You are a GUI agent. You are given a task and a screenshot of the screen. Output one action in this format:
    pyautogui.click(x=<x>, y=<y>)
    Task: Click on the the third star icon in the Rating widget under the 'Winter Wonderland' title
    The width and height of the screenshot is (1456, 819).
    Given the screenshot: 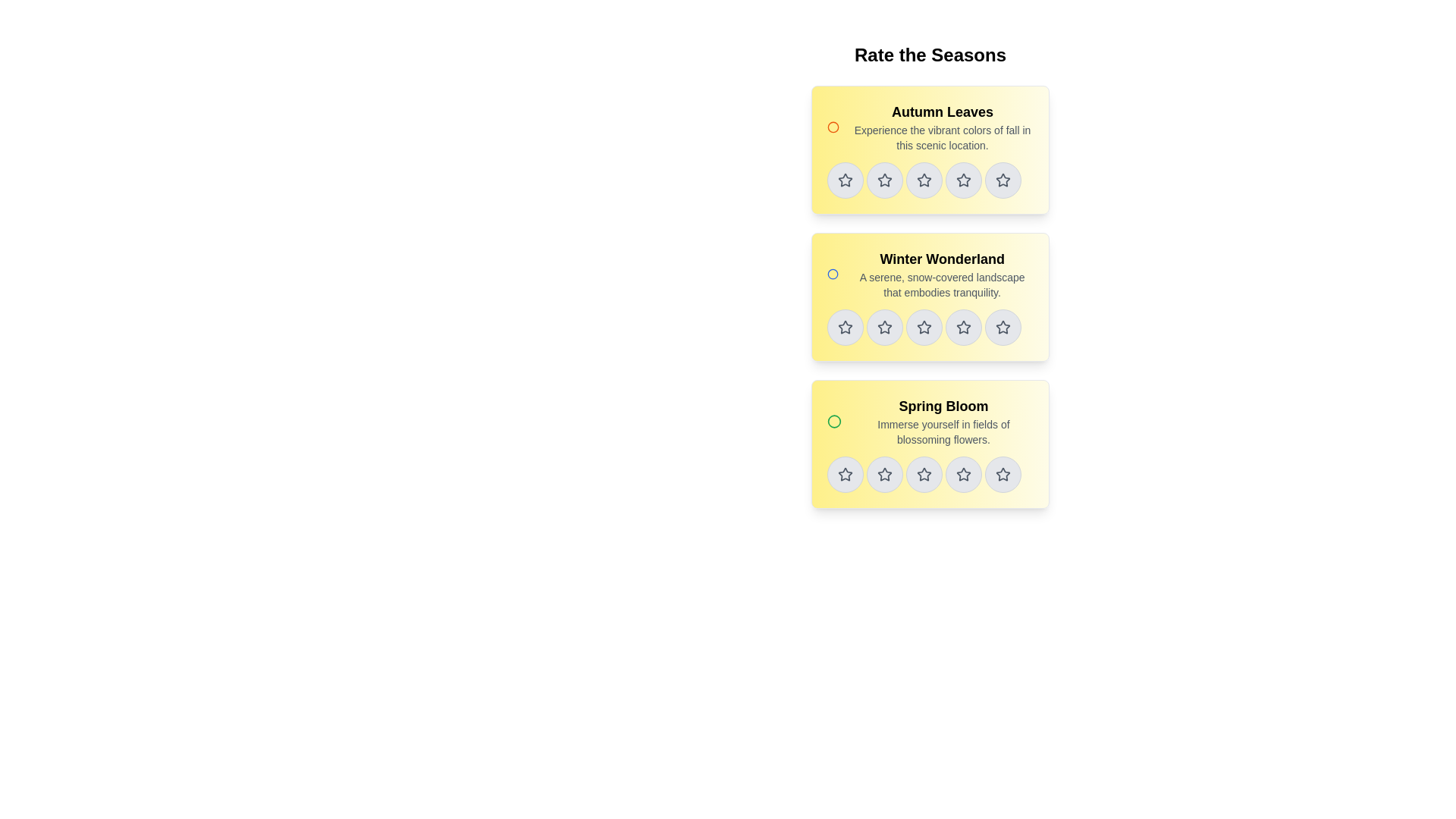 What is the action you would take?
    pyautogui.click(x=930, y=327)
    